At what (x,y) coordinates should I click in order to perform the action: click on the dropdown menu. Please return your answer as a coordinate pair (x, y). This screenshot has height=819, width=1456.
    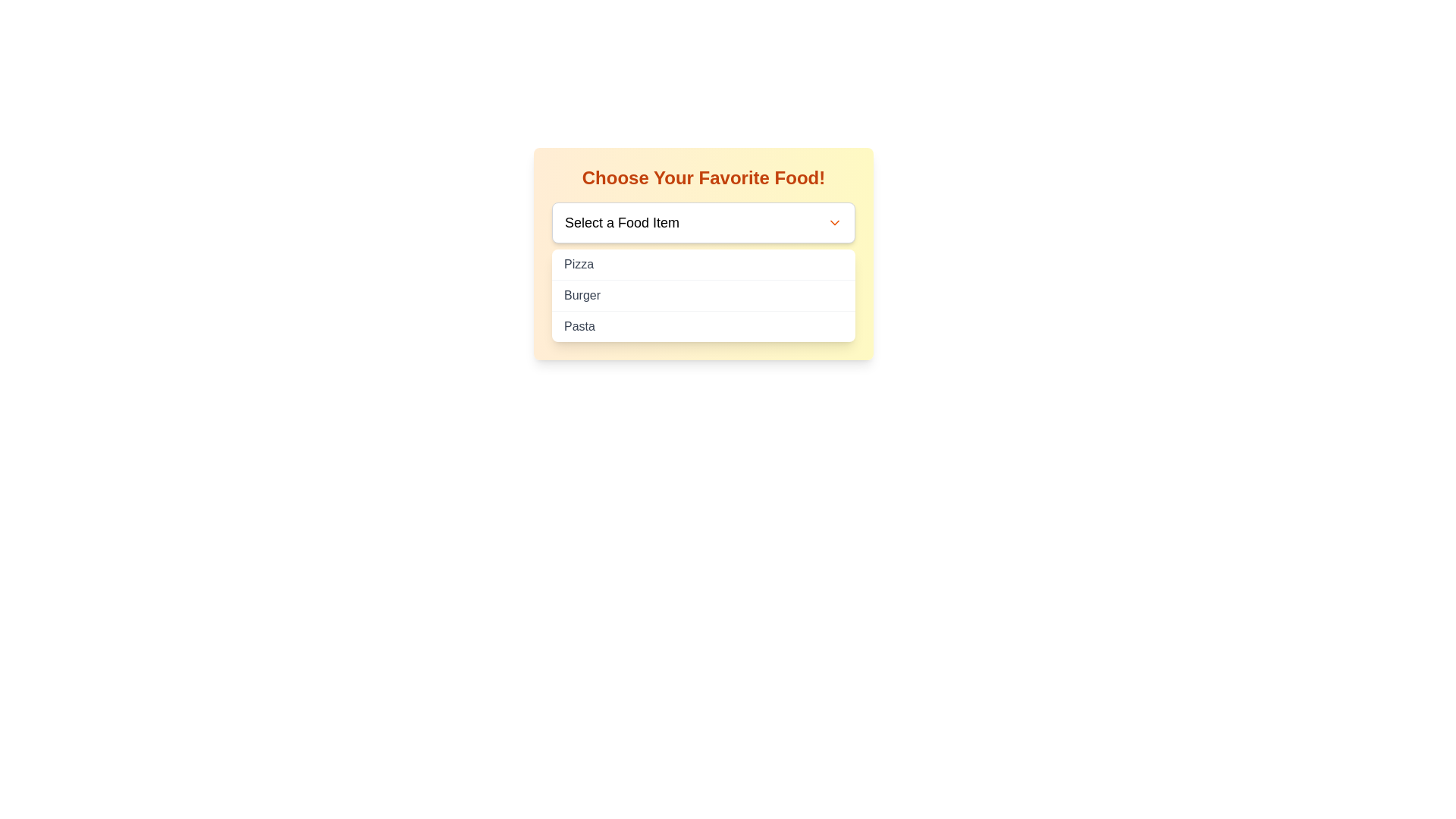
    Looking at the image, I should click on (702, 253).